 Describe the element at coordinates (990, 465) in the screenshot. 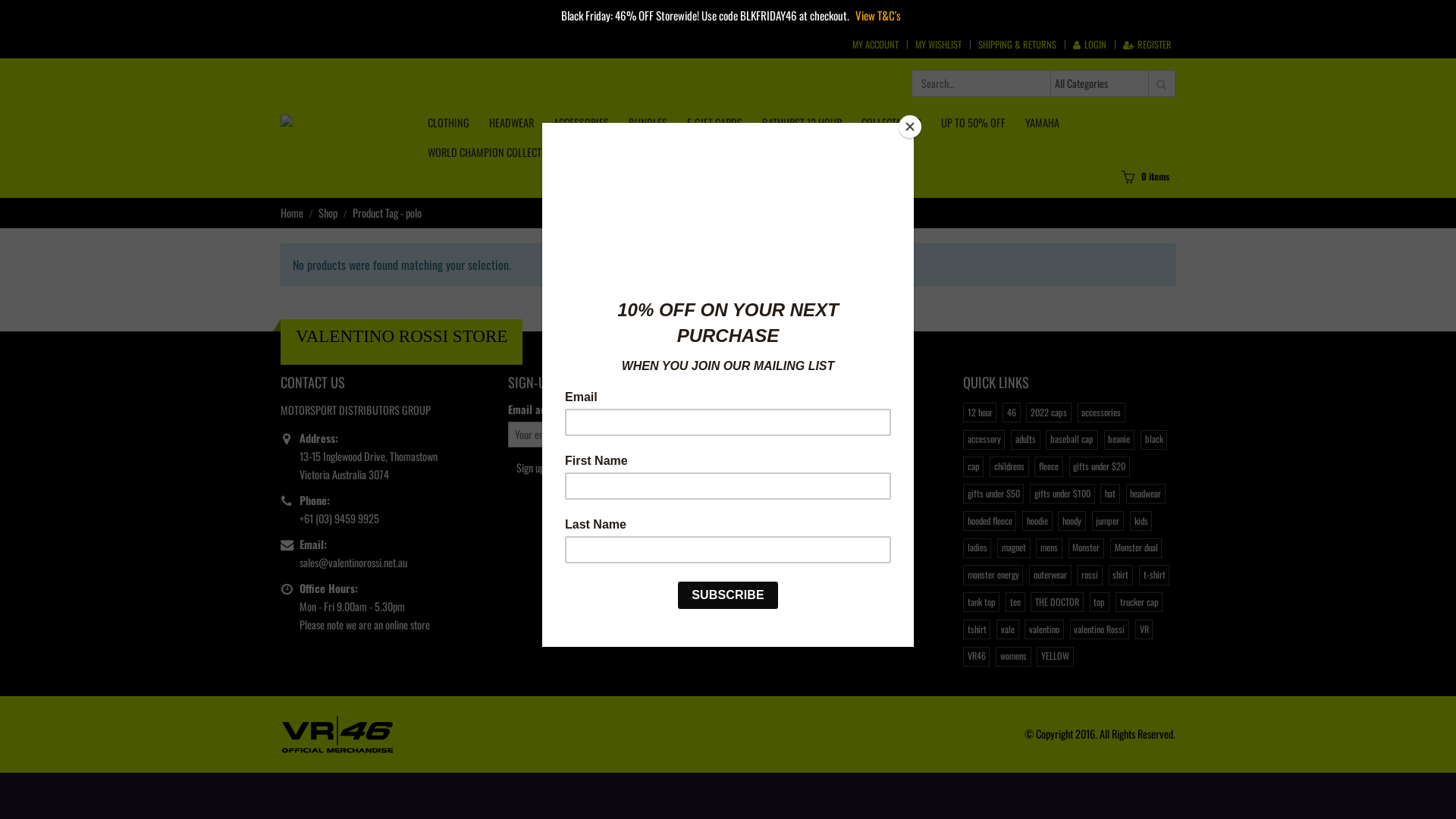

I see `'childrens'` at that location.